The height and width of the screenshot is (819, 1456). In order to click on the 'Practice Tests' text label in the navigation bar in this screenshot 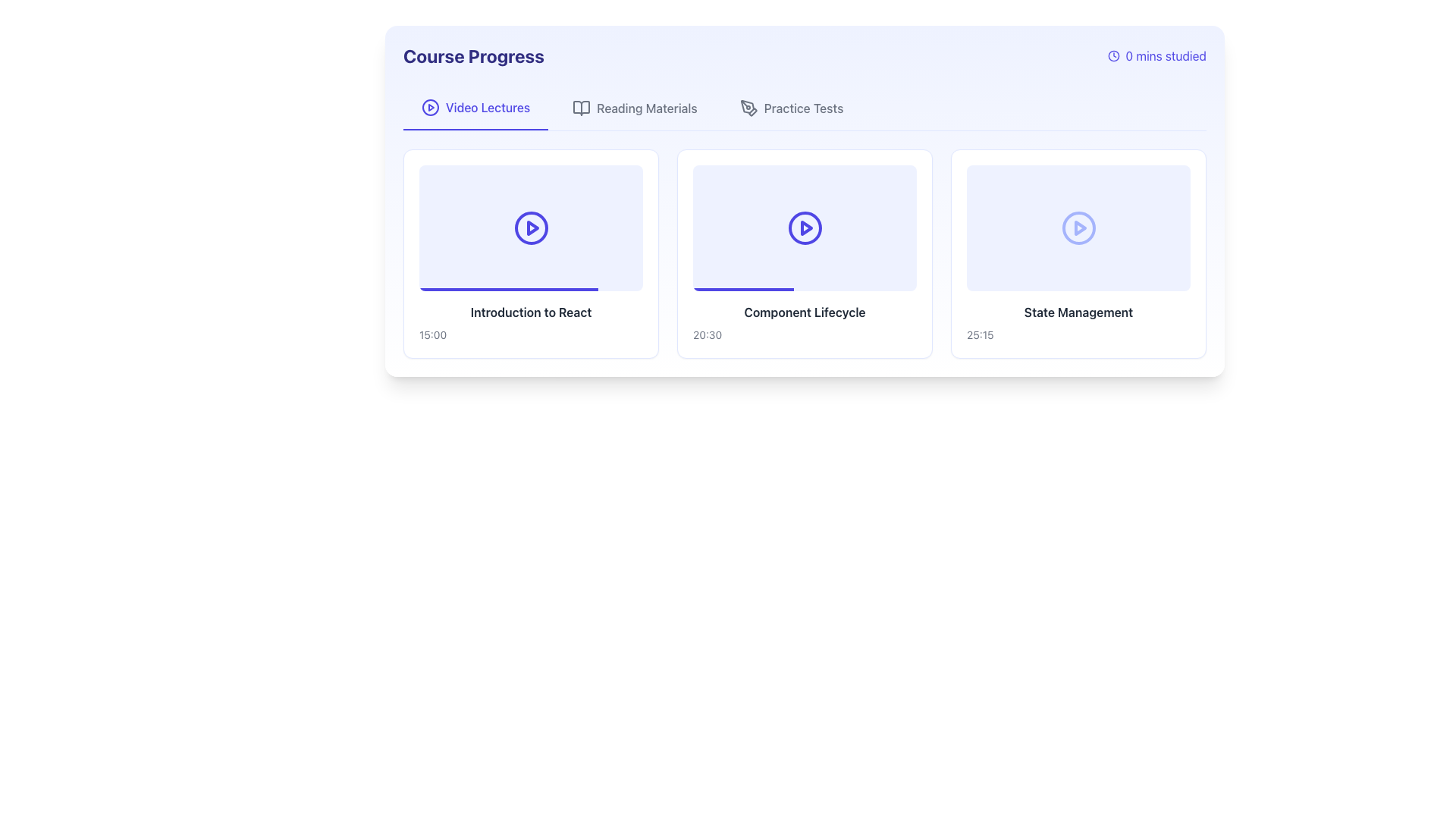, I will do `click(803, 107)`.